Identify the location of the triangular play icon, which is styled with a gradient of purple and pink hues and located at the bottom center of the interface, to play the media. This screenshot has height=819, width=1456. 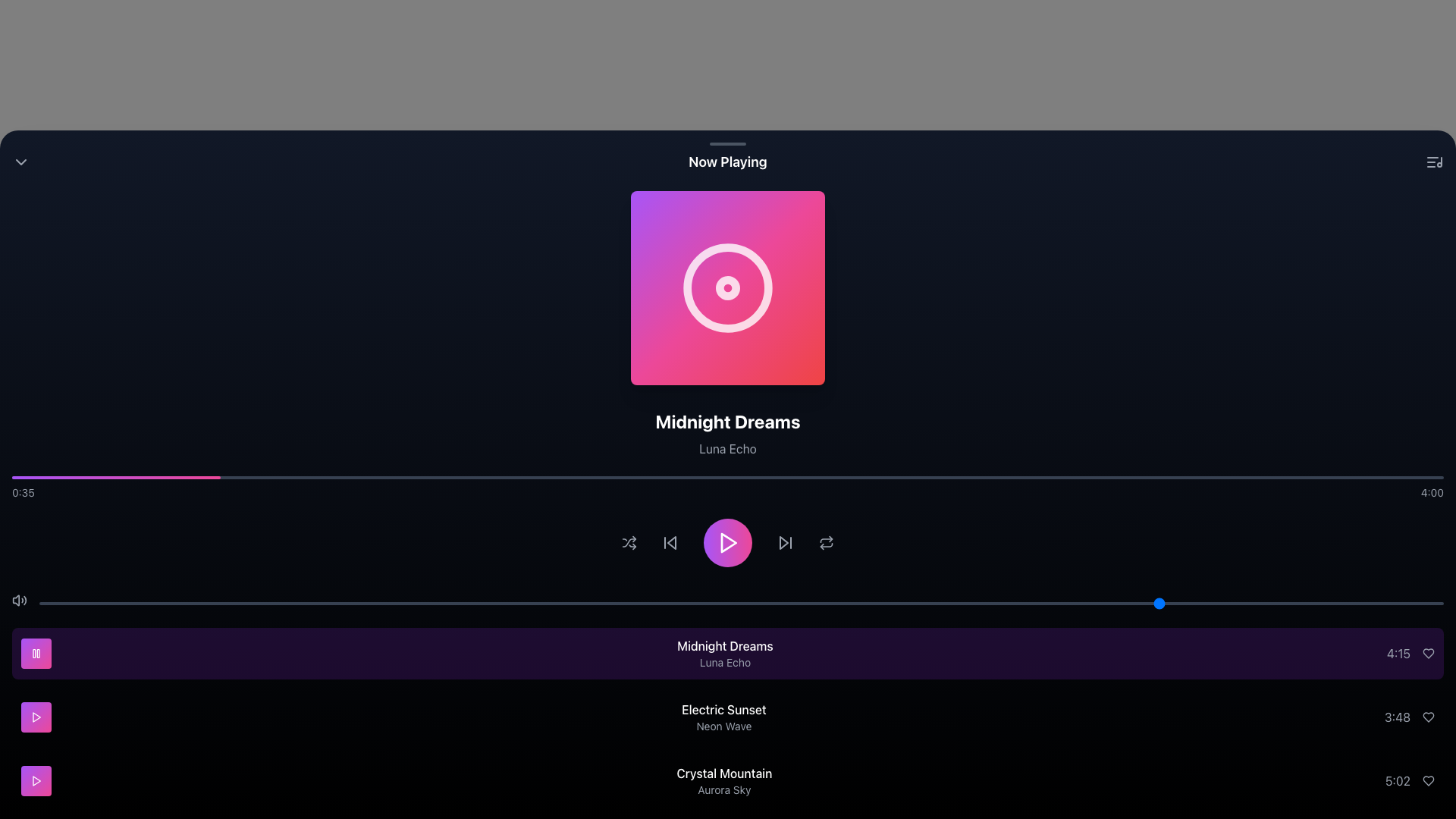
(729, 542).